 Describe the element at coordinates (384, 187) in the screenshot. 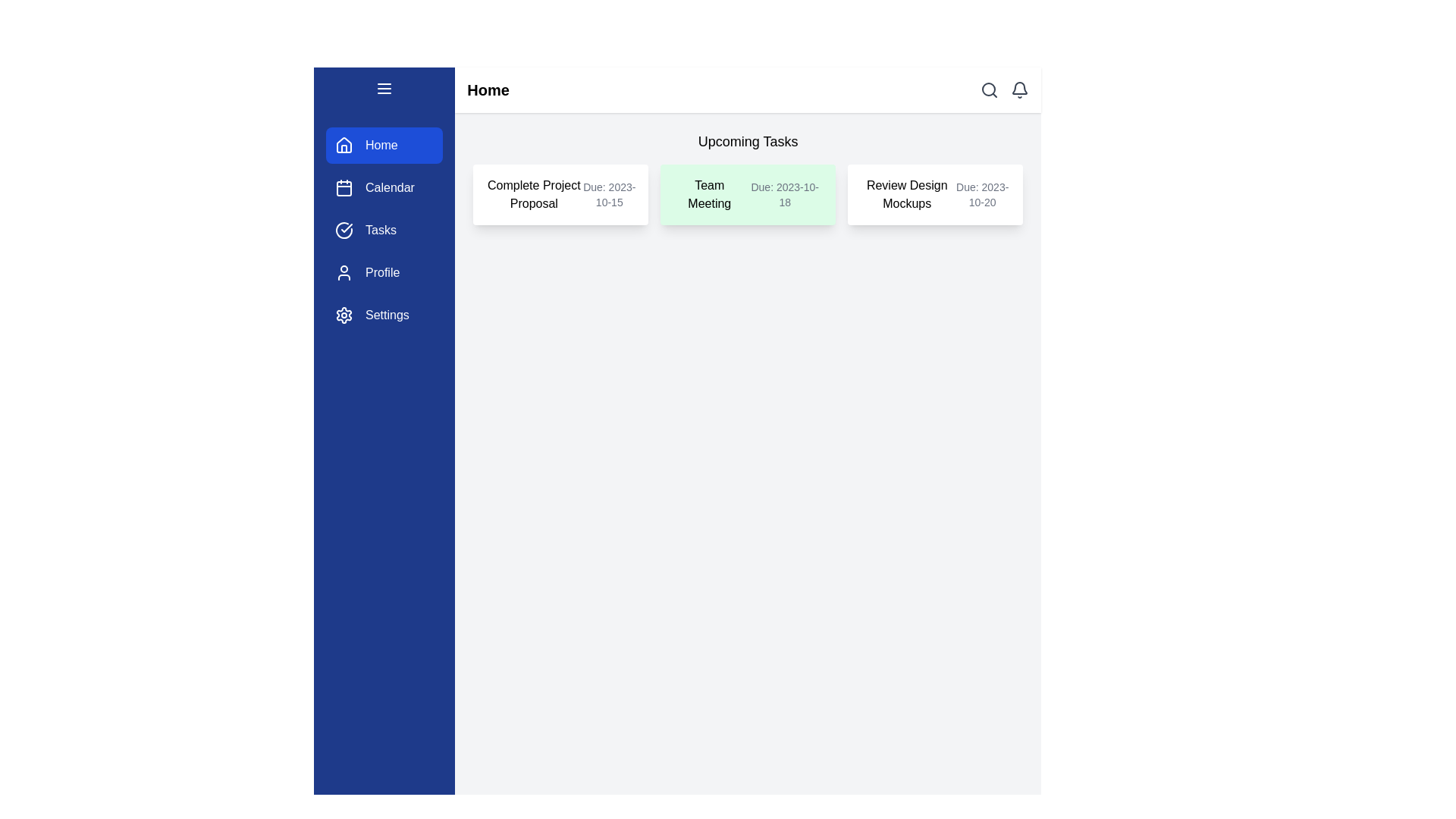

I see `the 'Calendar' button, which is a blue button with a white calendar icon on the left and the label 'Calendar' on the right, positioned second in the navigation bar` at that location.